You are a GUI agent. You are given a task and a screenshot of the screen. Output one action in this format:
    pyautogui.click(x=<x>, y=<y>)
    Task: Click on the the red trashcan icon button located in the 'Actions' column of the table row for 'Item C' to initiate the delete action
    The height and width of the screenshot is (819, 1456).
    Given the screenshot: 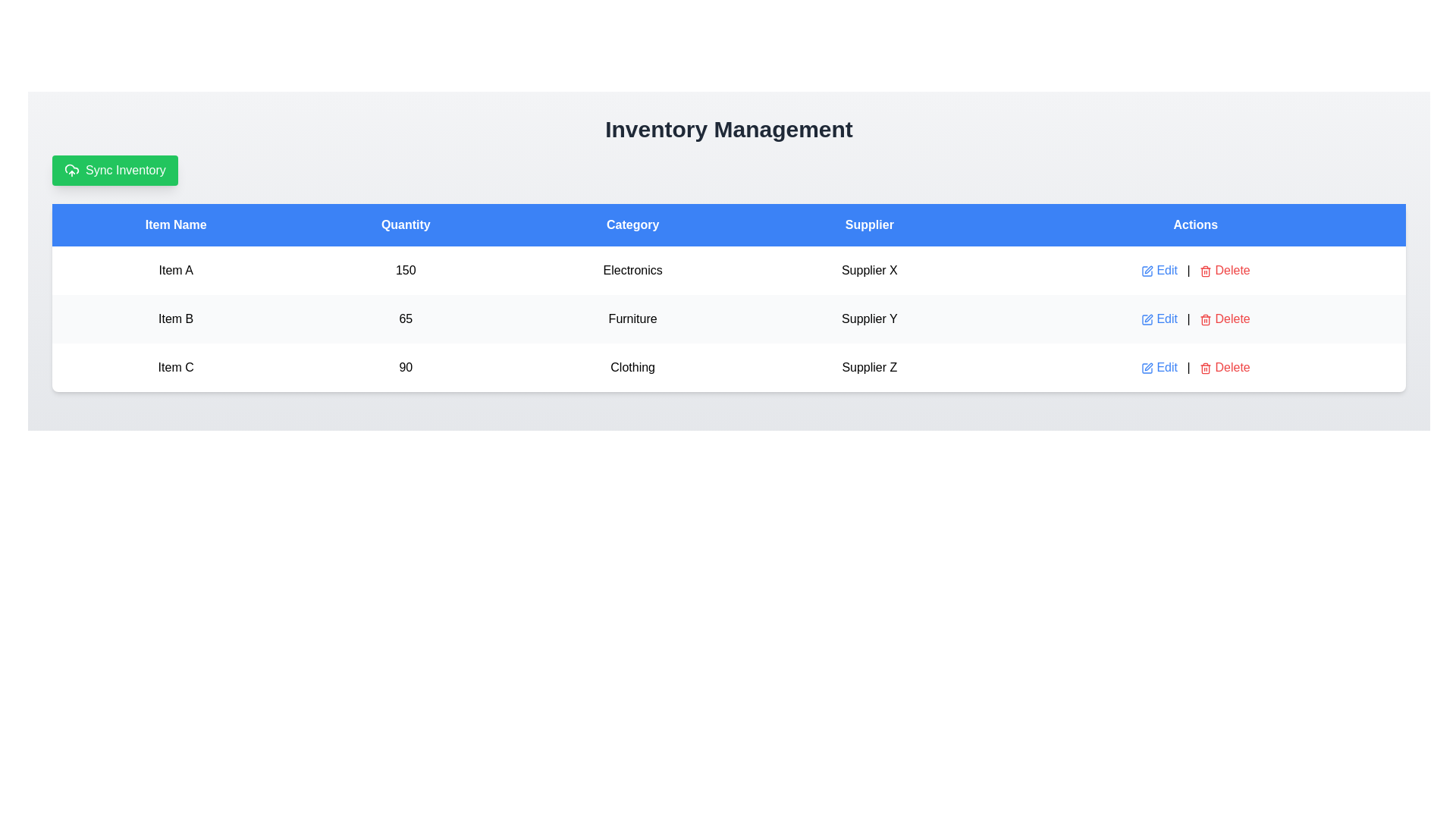 What is the action you would take?
    pyautogui.click(x=1205, y=368)
    